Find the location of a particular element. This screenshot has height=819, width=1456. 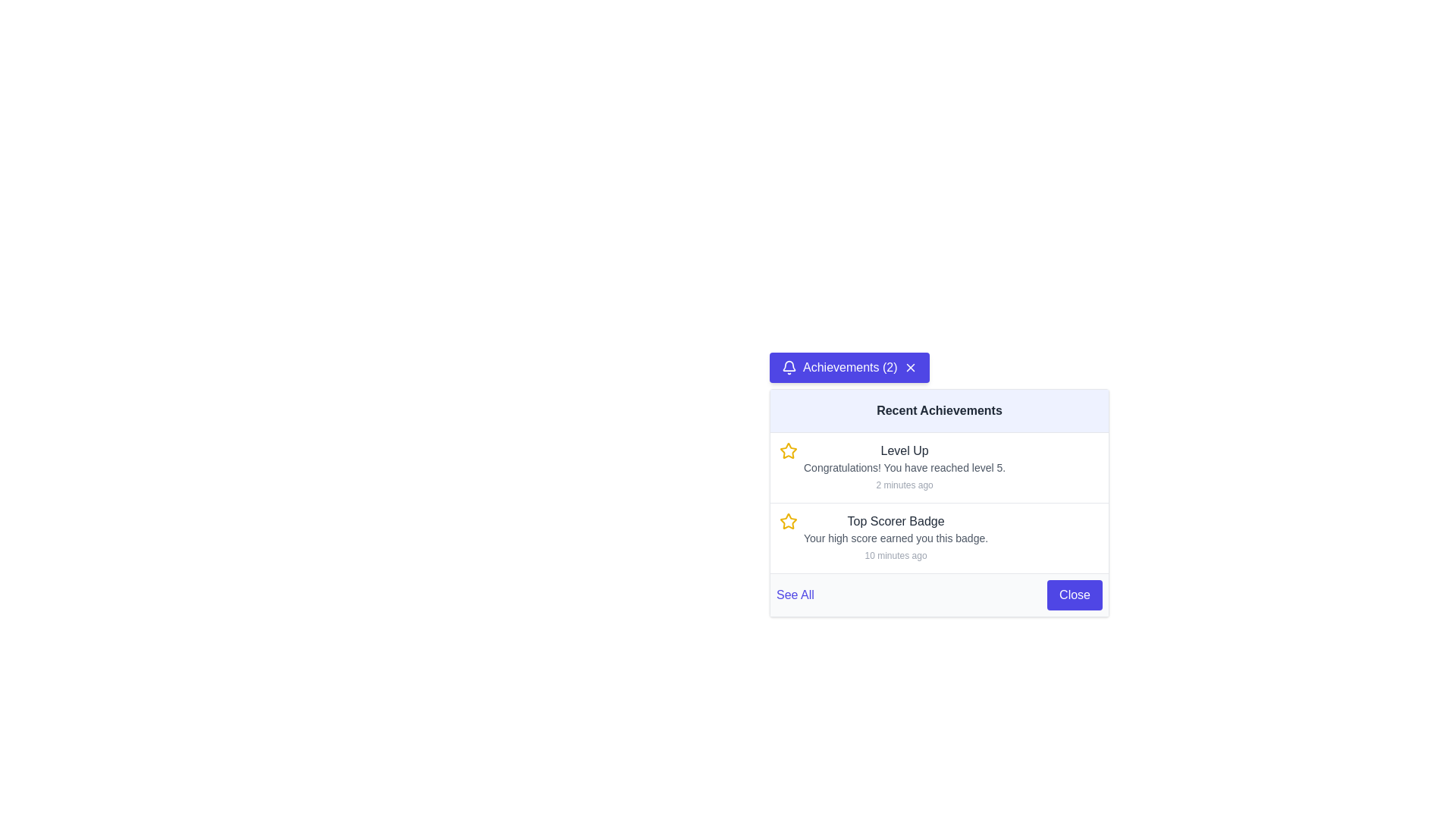

the text indicating the relative time of the associated achievement's occurrence in the 'Recent Achievements' section, which follows the header 'Level Up' and the message 'Congratulations! You have reached level 5' is located at coordinates (905, 485).